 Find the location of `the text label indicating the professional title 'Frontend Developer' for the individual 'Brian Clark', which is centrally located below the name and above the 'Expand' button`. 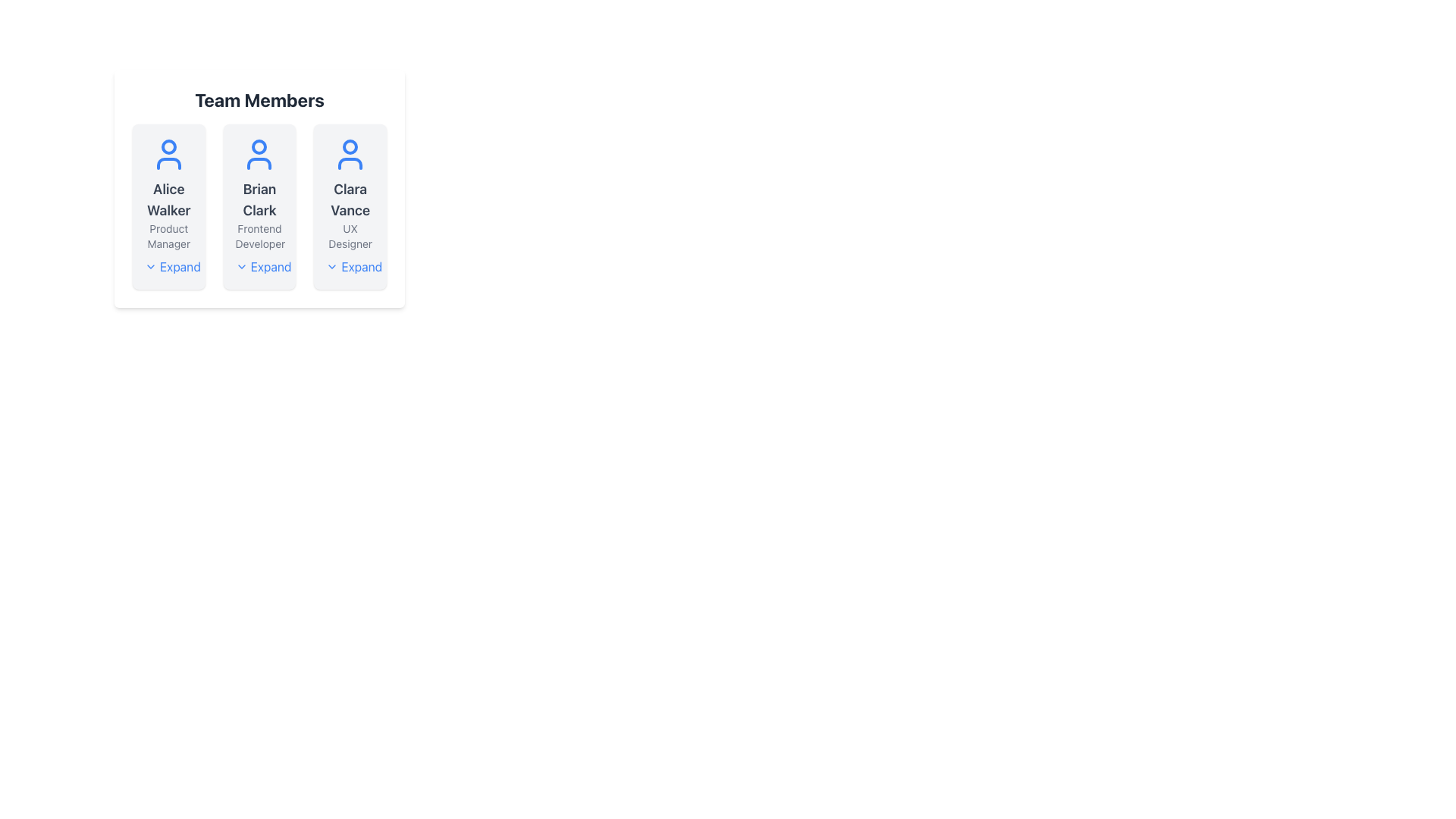

the text label indicating the professional title 'Frontend Developer' for the individual 'Brian Clark', which is centrally located below the name and above the 'Expand' button is located at coordinates (259, 237).